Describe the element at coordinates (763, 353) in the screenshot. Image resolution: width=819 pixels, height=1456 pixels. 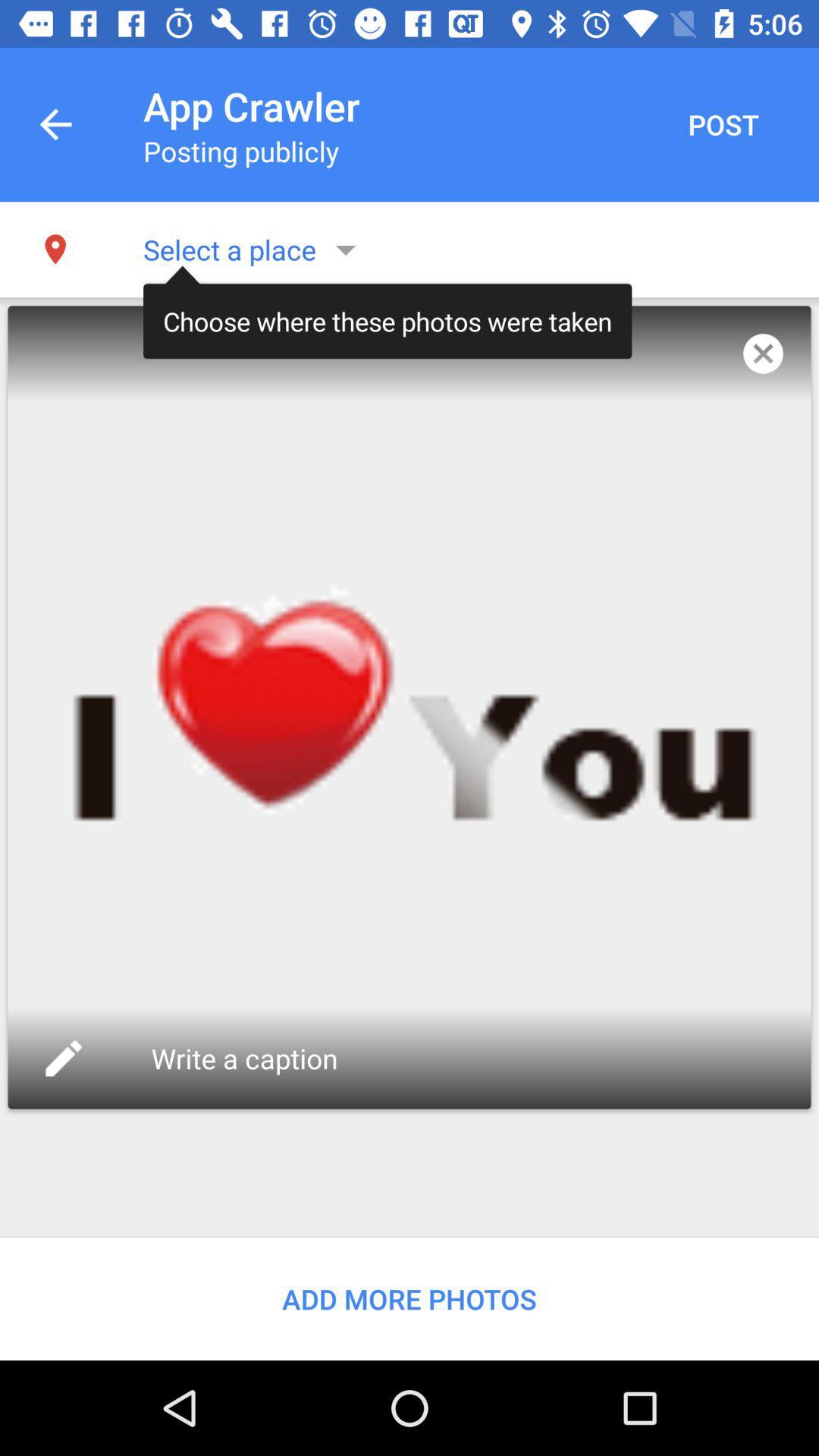
I see `the app to the right of choose where these item` at that location.